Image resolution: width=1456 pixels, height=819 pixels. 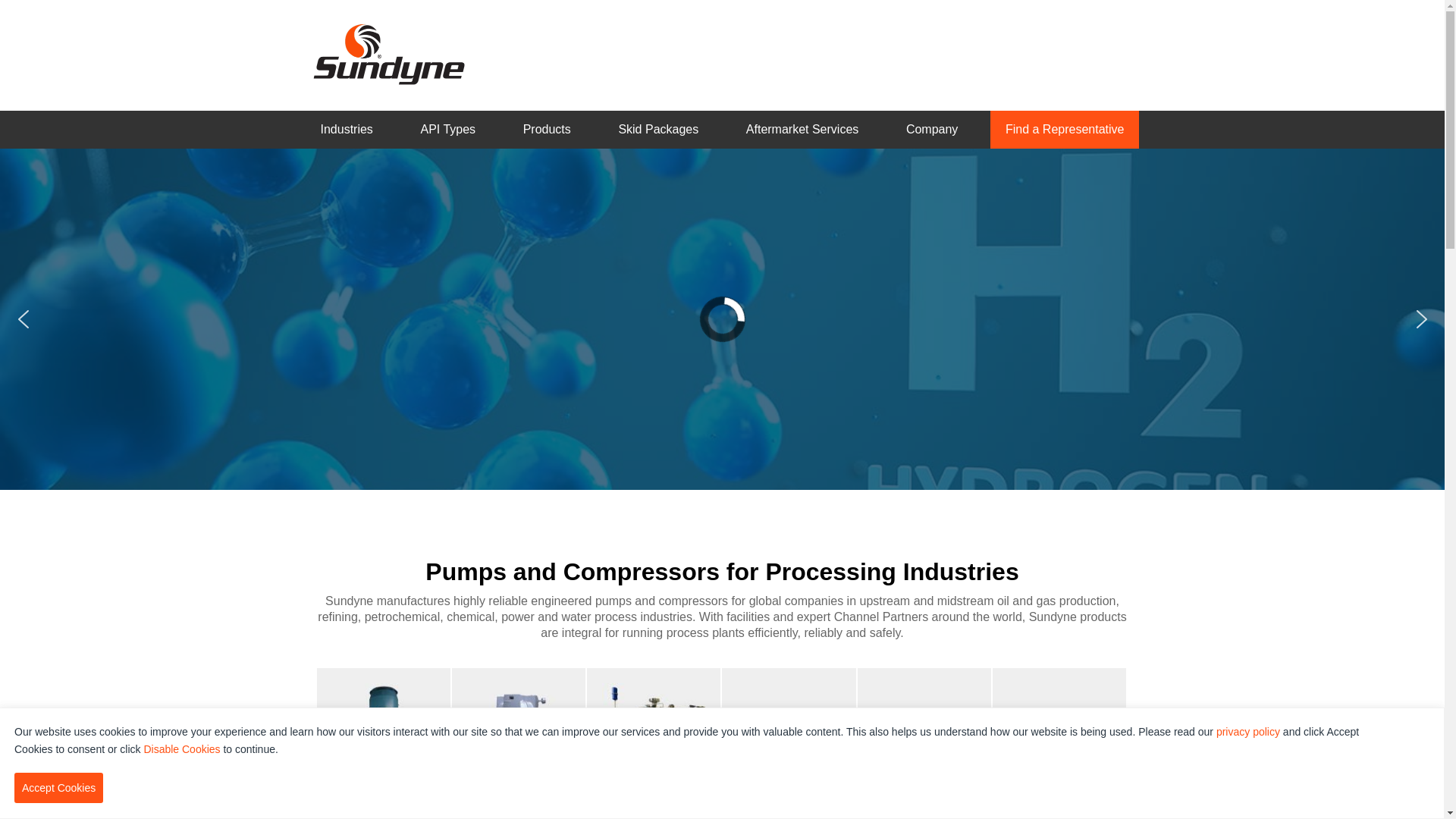 What do you see at coordinates (1064, 129) in the screenshot?
I see `'Find a Representative'` at bounding box center [1064, 129].